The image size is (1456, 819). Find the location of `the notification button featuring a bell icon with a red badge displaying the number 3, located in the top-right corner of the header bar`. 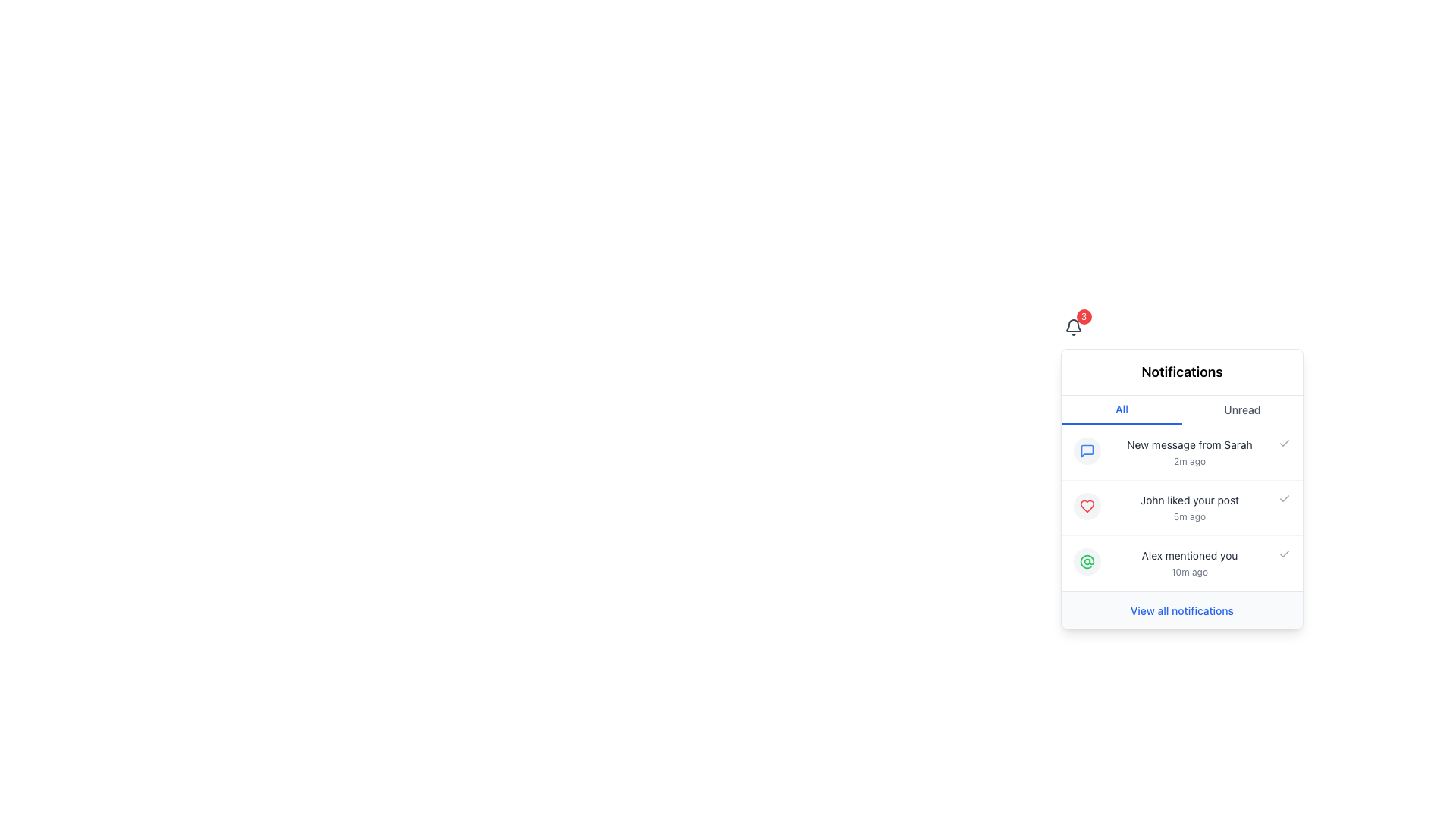

the notification button featuring a bell icon with a red badge displaying the number 3, located in the top-right corner of the header bar is located at coordinates (1072, 327).